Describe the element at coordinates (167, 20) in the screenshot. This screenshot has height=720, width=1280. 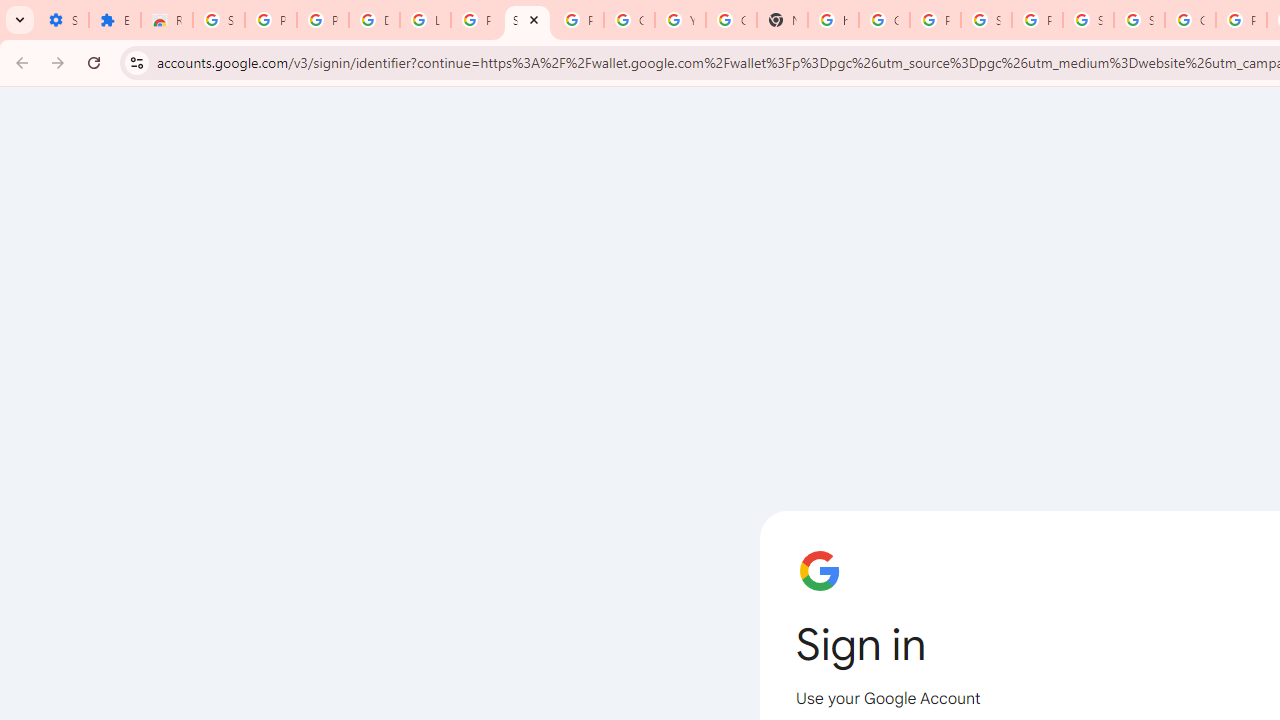
I see `'Reviews: Helix Fruit Jump Arcade Game'` at that location.